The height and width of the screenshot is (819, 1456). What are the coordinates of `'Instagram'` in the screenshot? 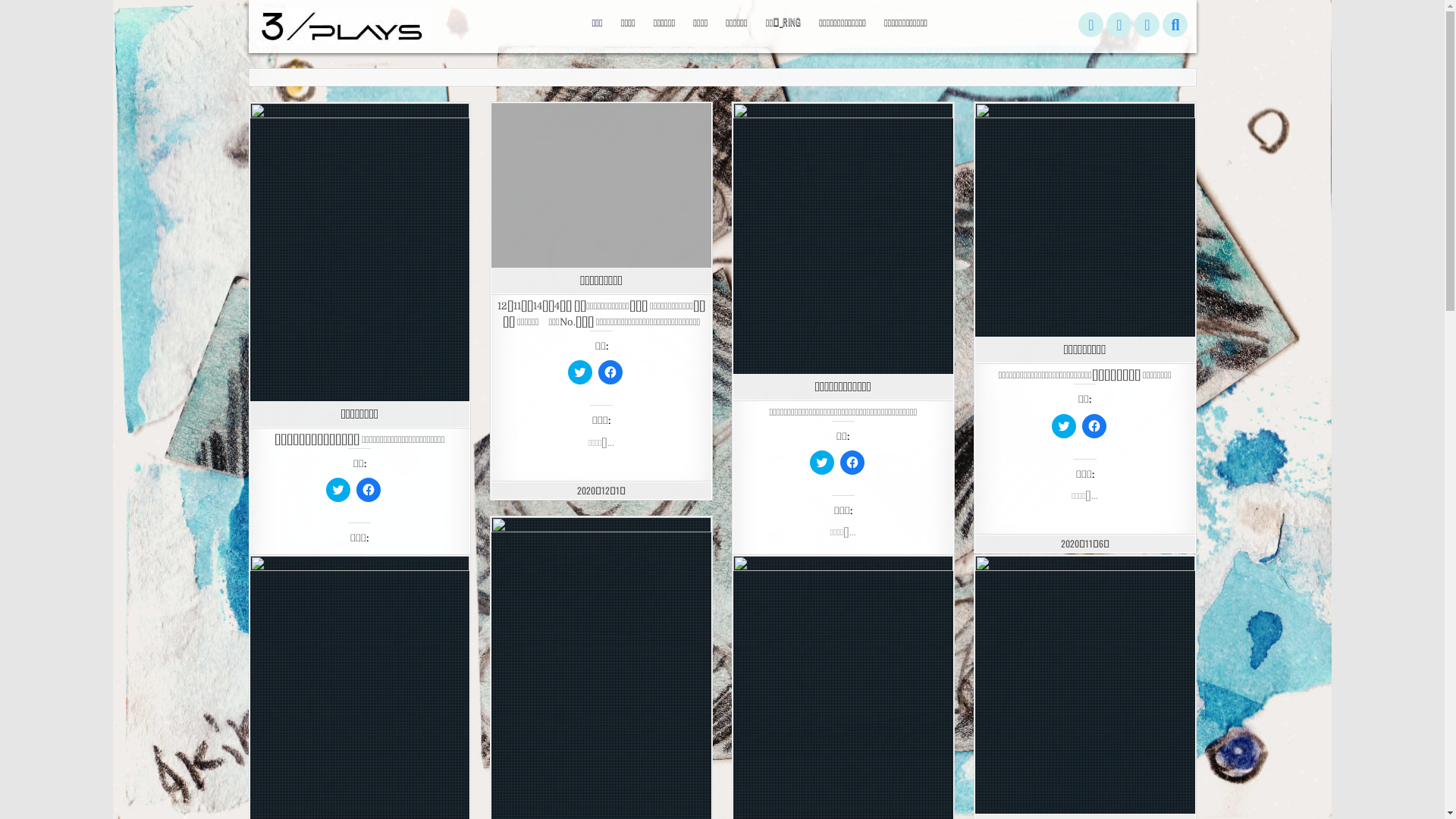 It's located at (1147, 25).